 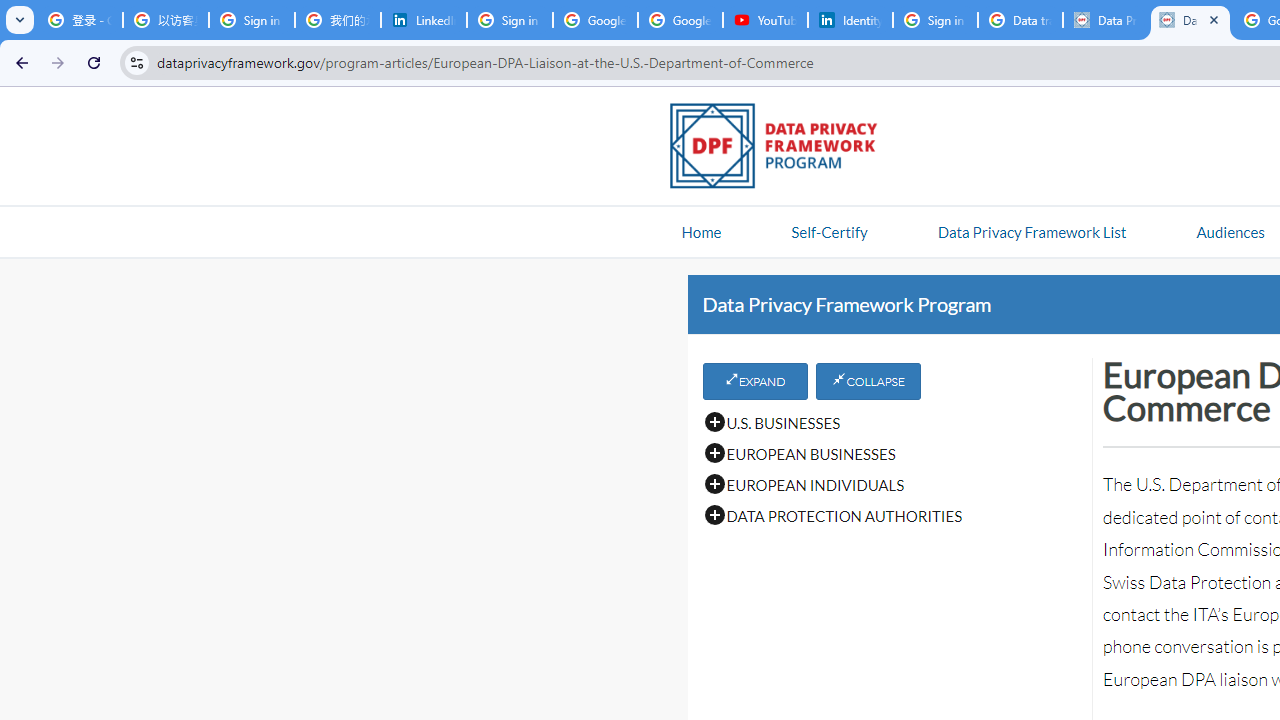 What do you see at coordinates (1031, 230) in the screenshot?
I see `'Data Privacy Framework List'` at bounding box center [1031, 230].